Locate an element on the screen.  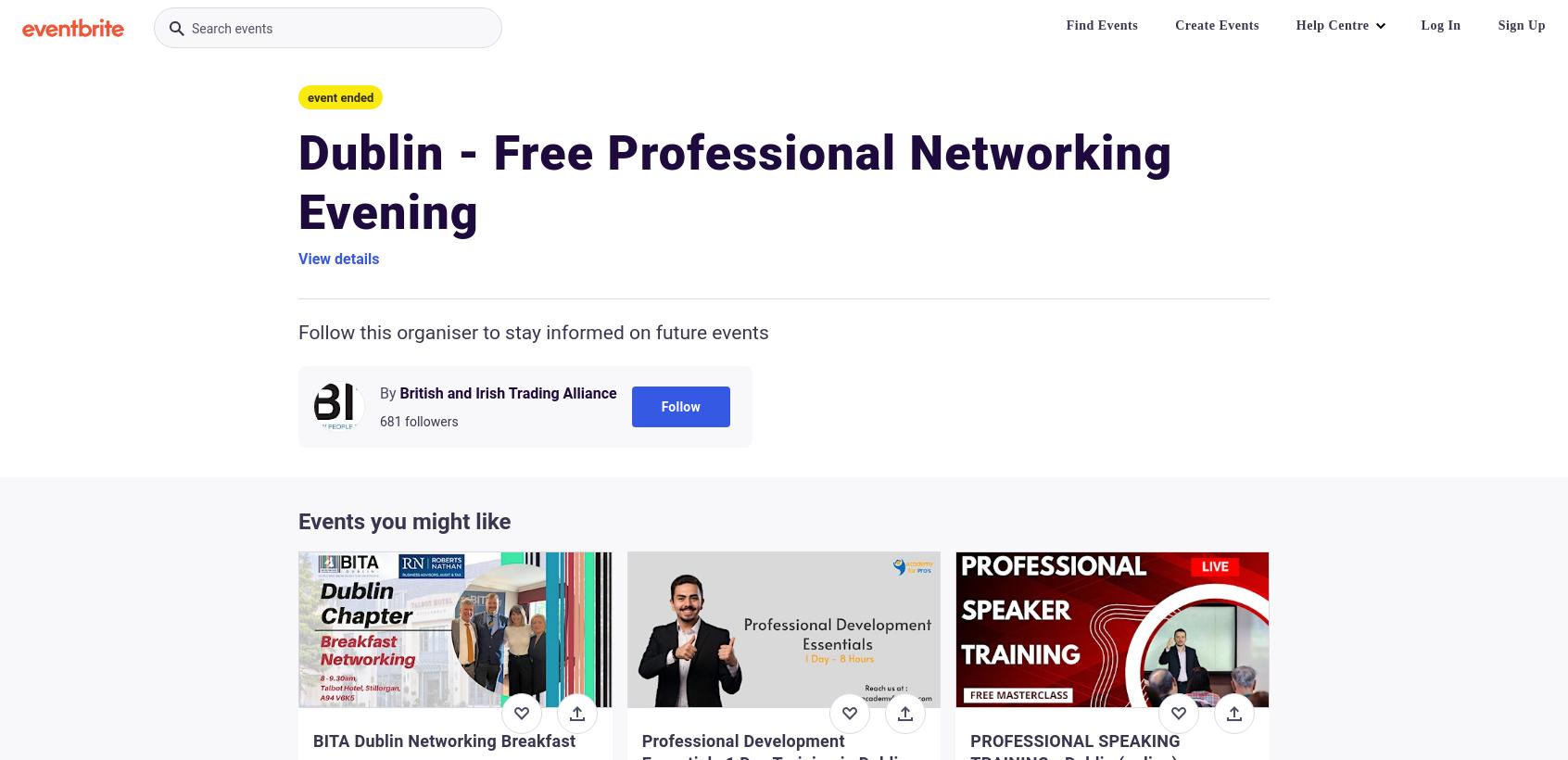
'Search events' is located at coordinates (232, 27).